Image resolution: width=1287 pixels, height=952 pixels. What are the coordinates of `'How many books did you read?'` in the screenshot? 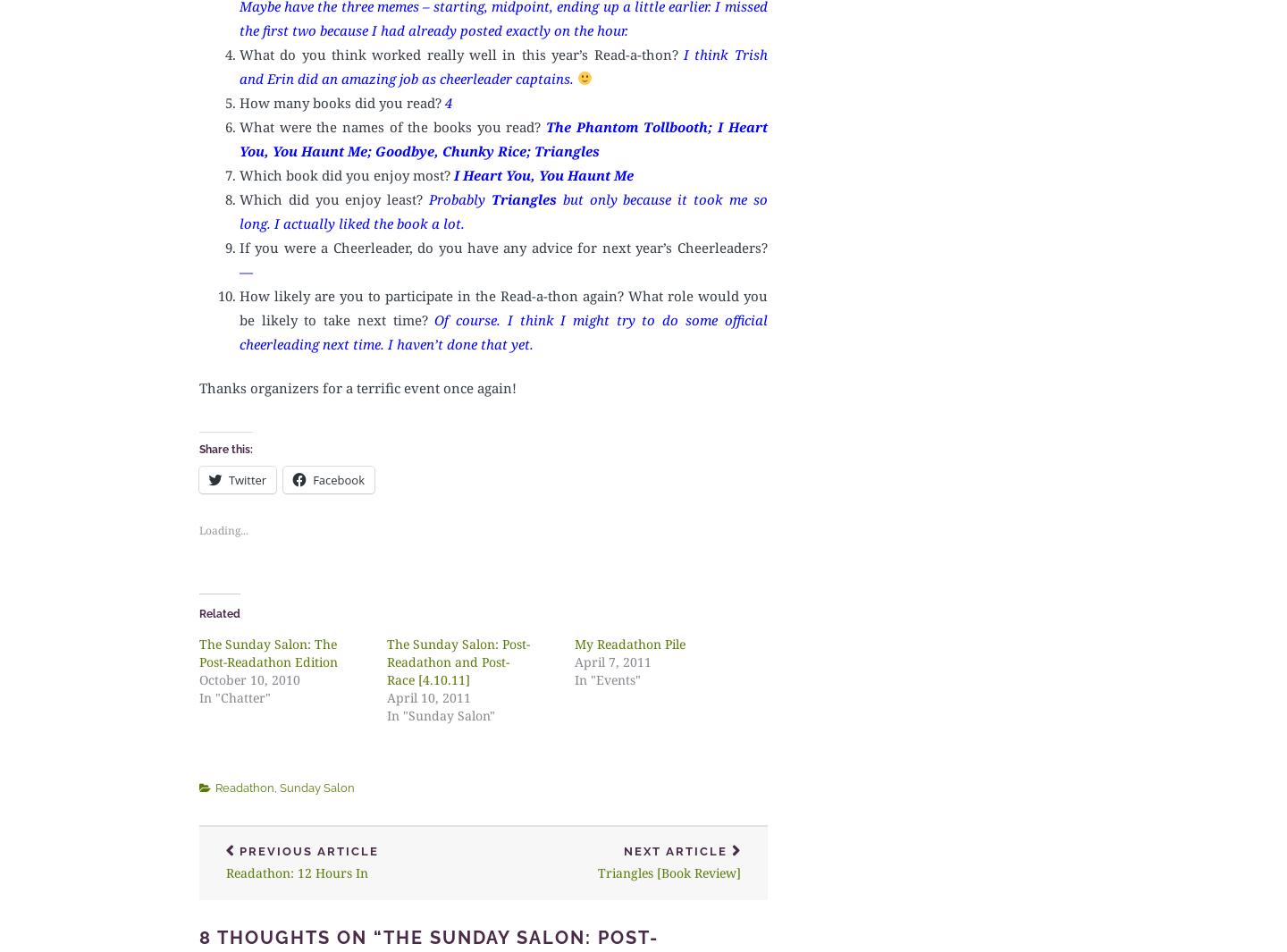 It's located at (341, 100).